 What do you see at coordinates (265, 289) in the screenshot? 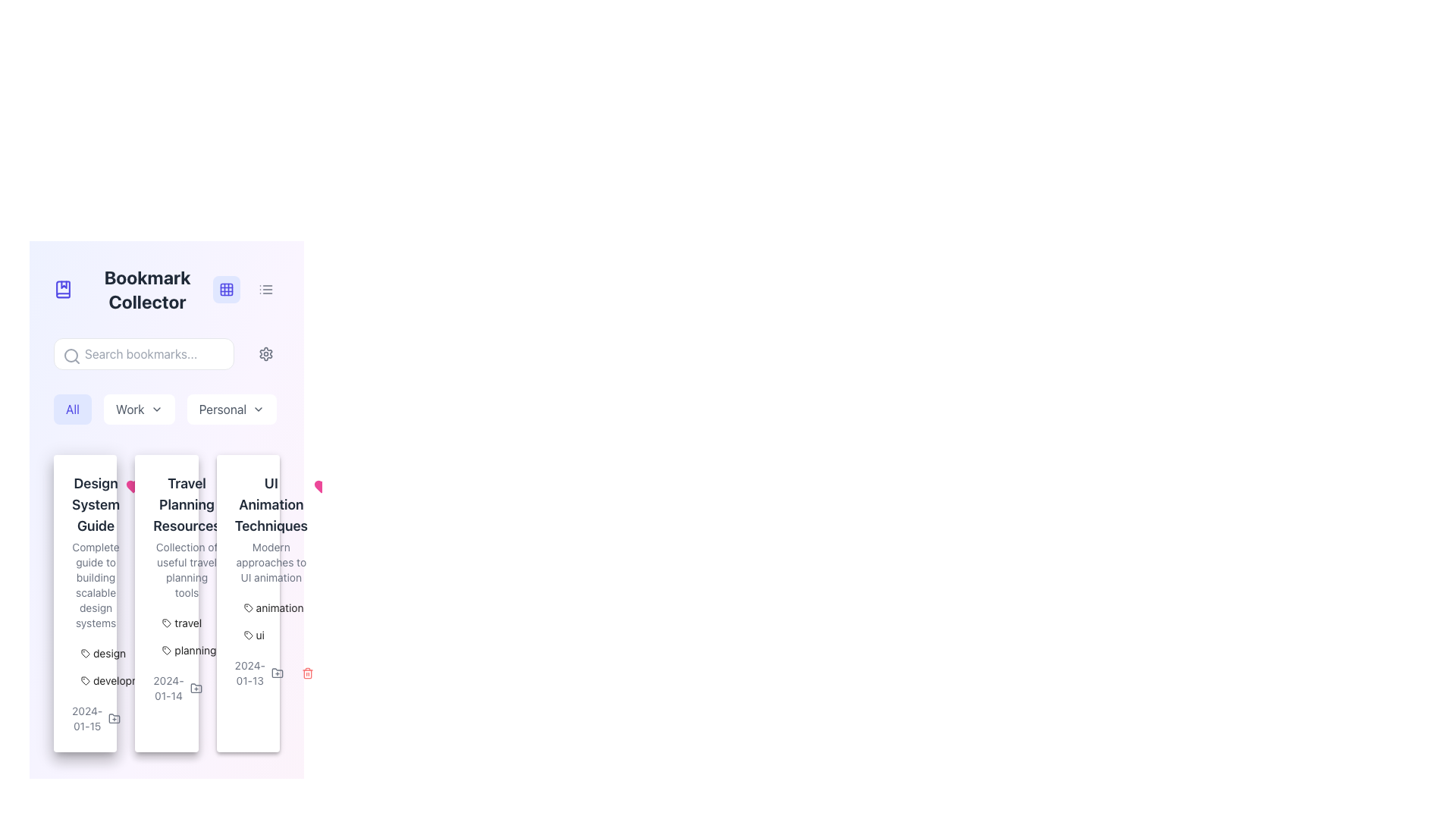
I see `the small rectangular button with a list icon` at bounding box center [265, 289].